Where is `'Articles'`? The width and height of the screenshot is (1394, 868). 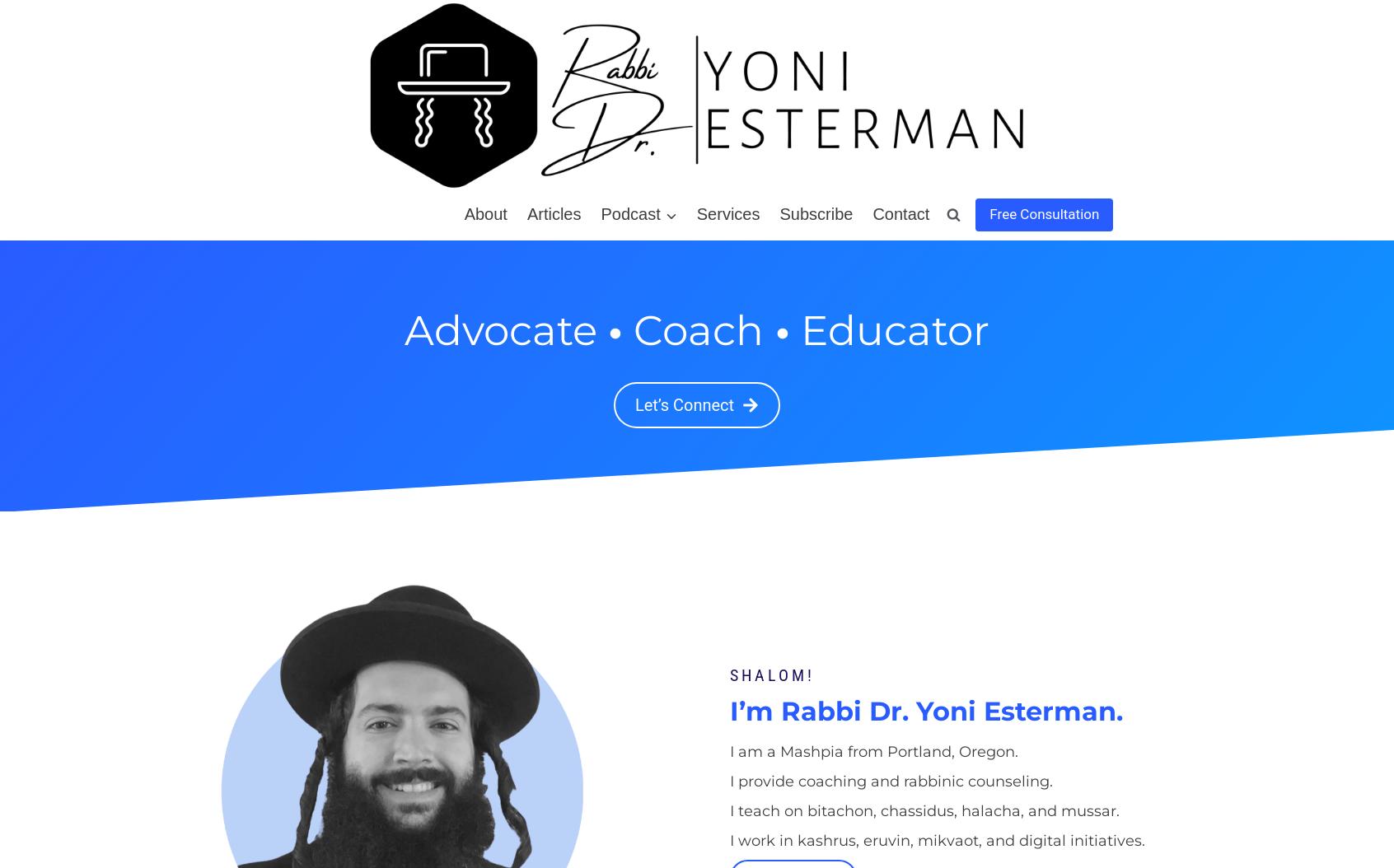 'Articles' is located at coordinates (554, 214).